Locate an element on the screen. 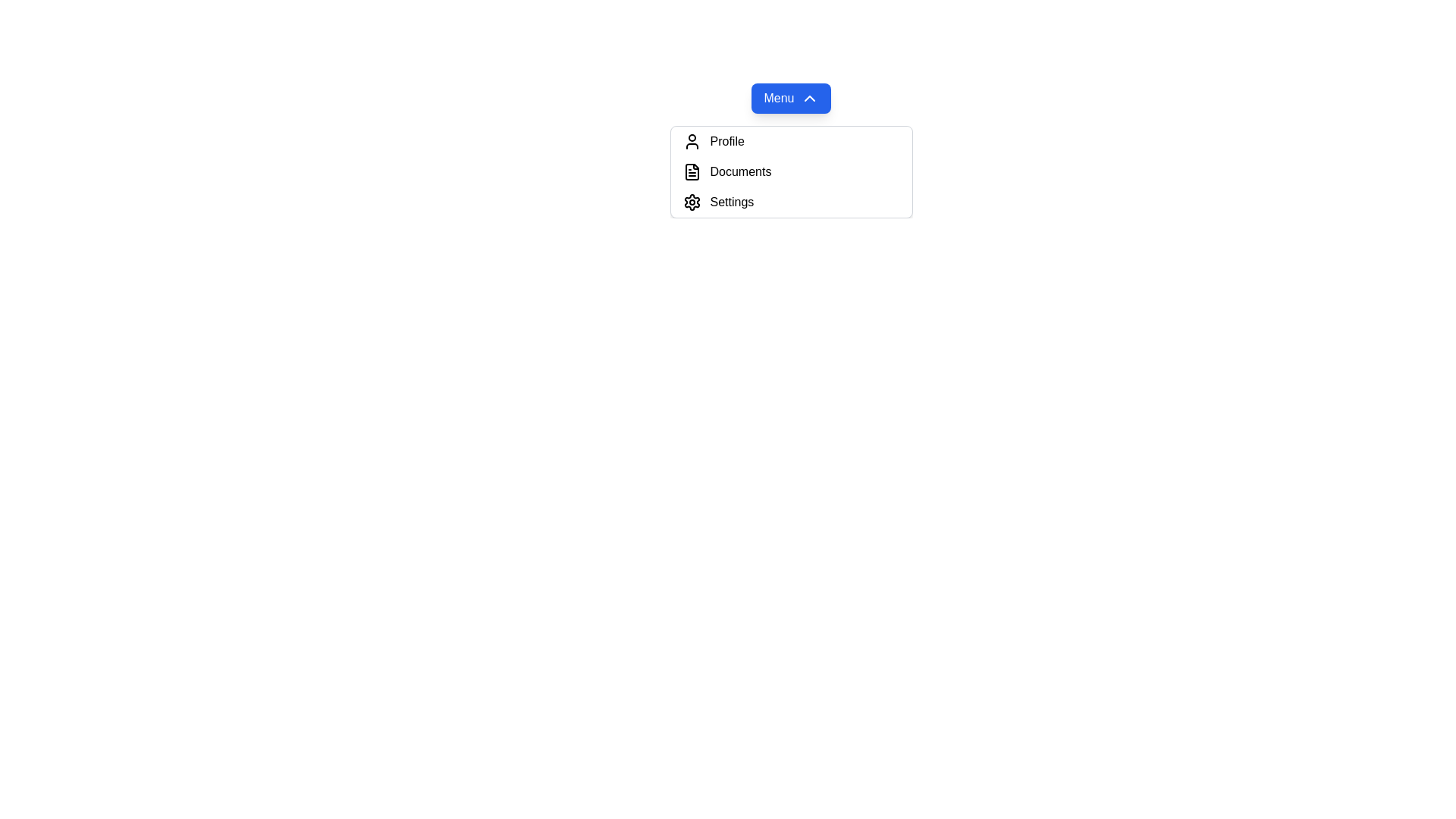  the upward-pointing chevron icon that is part of the blue button labeled 'Menu', located to the right of the text 'Menu' is located at coordinates (808, 99).